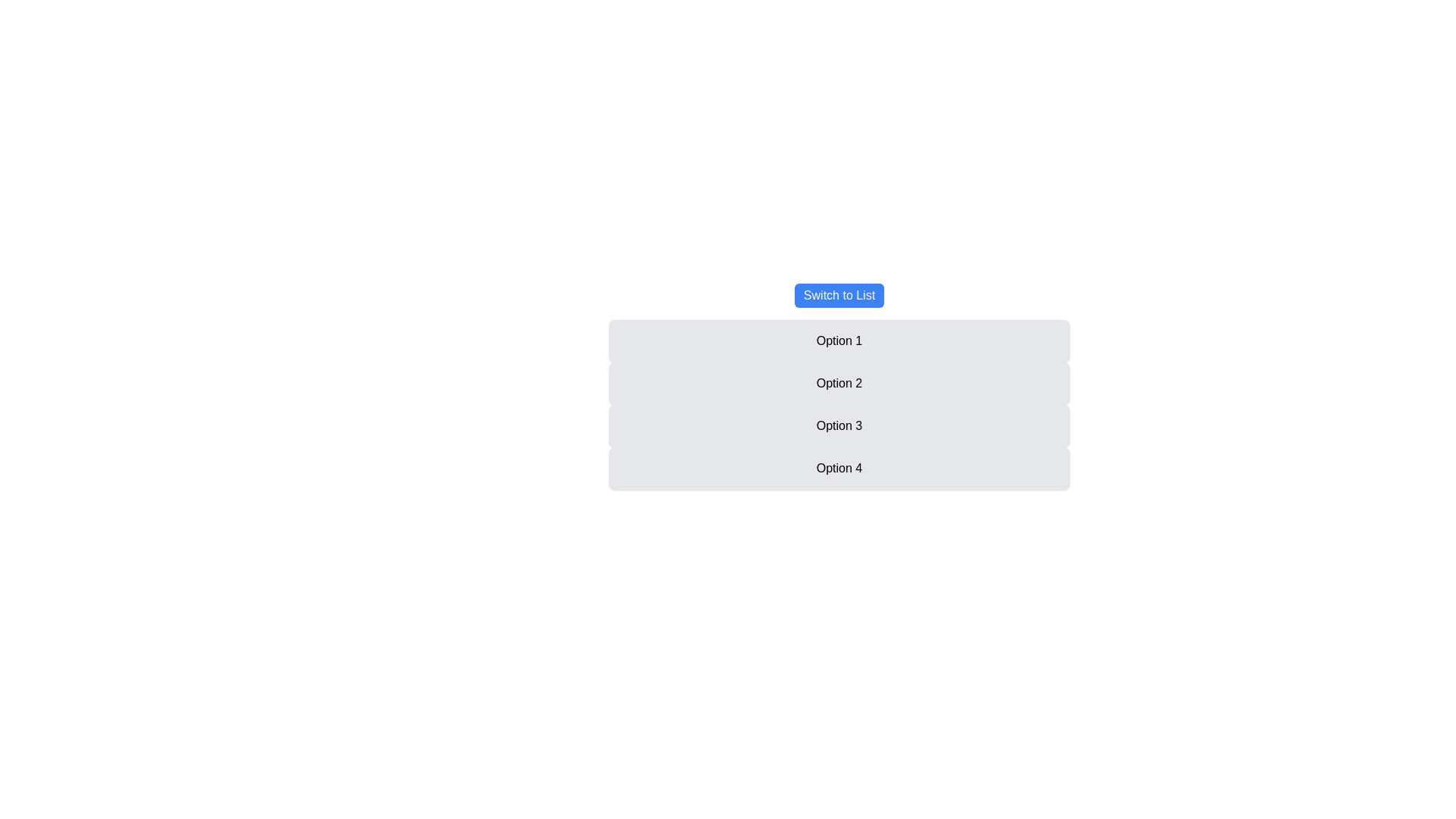 The height and width of the screenshot is (819, 1456). What do you see at coordinates (839, 341) in the screenshot?
I see `the selectable item labeled 'Option 1', which is the first in a vertical list of four options located beneath the 'Switch to List' button` at bounding box center [839, 341].